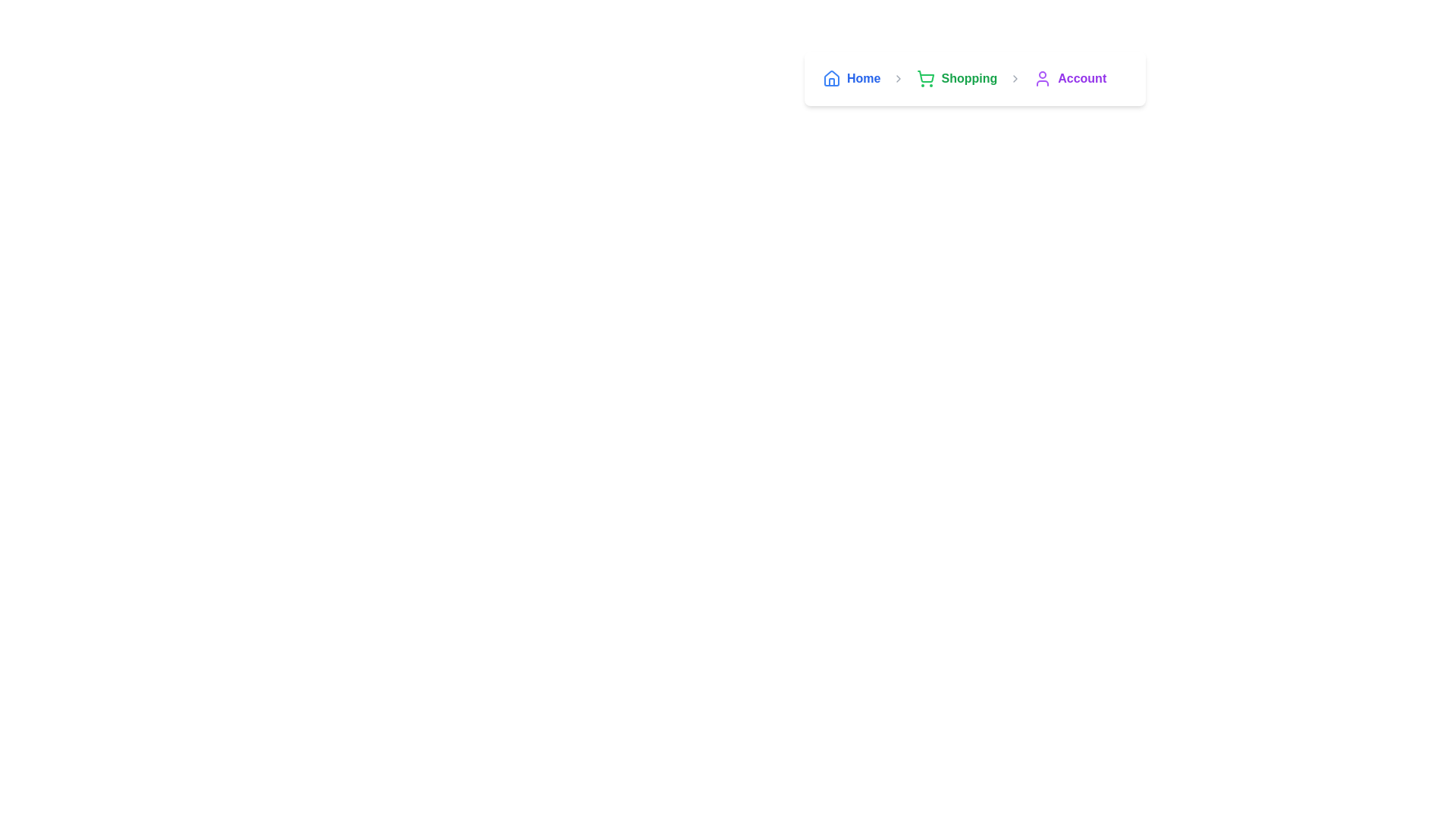 This screenshot has width=1456, height=819. I want to click on the 'Account' breadcrumb navigation item, which is styled in bold purple text and accompanied by a user icon, so click(1069, 79).